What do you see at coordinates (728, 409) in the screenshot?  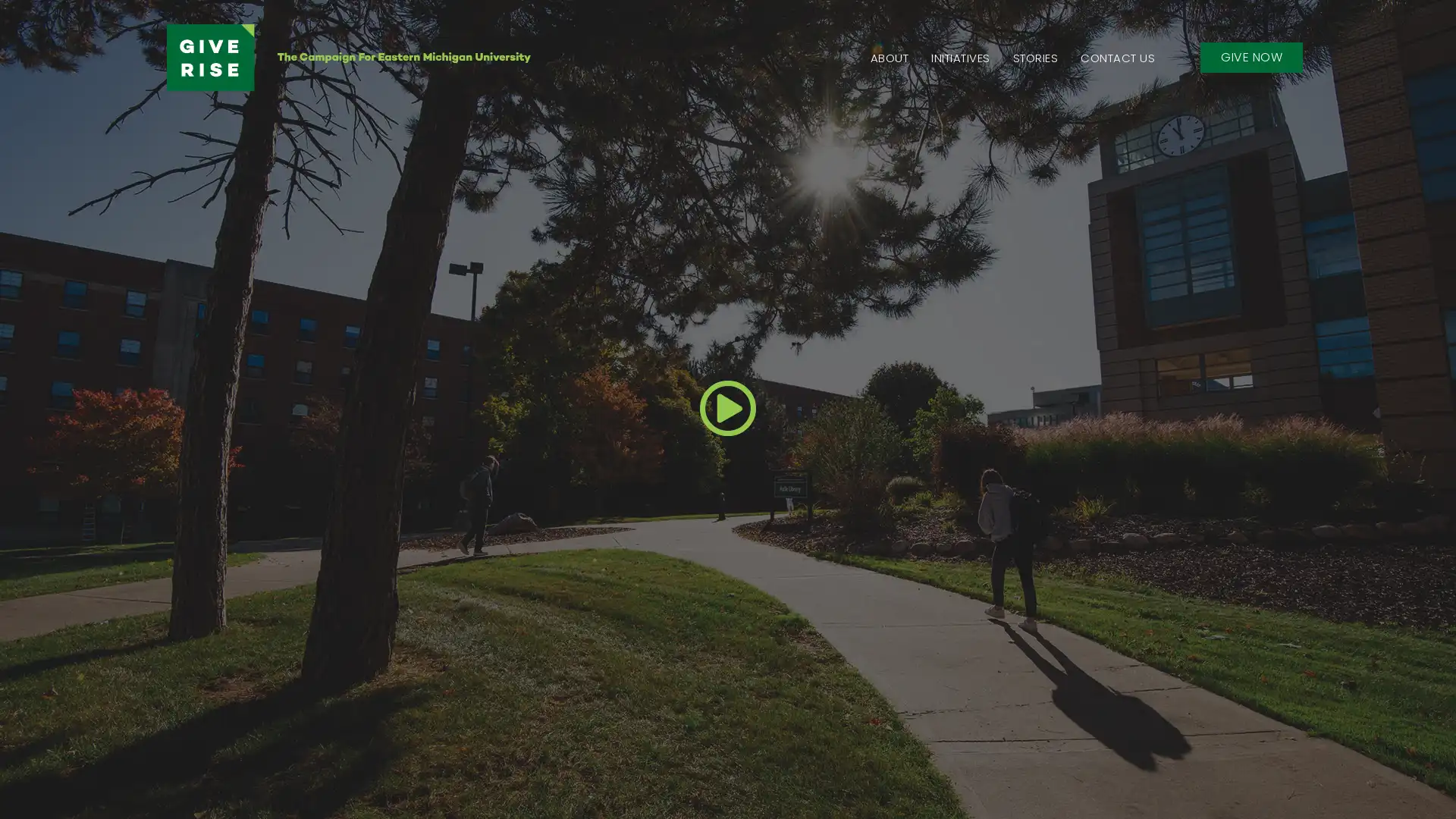 I see `Play Video` at bounding box center [728, 409].